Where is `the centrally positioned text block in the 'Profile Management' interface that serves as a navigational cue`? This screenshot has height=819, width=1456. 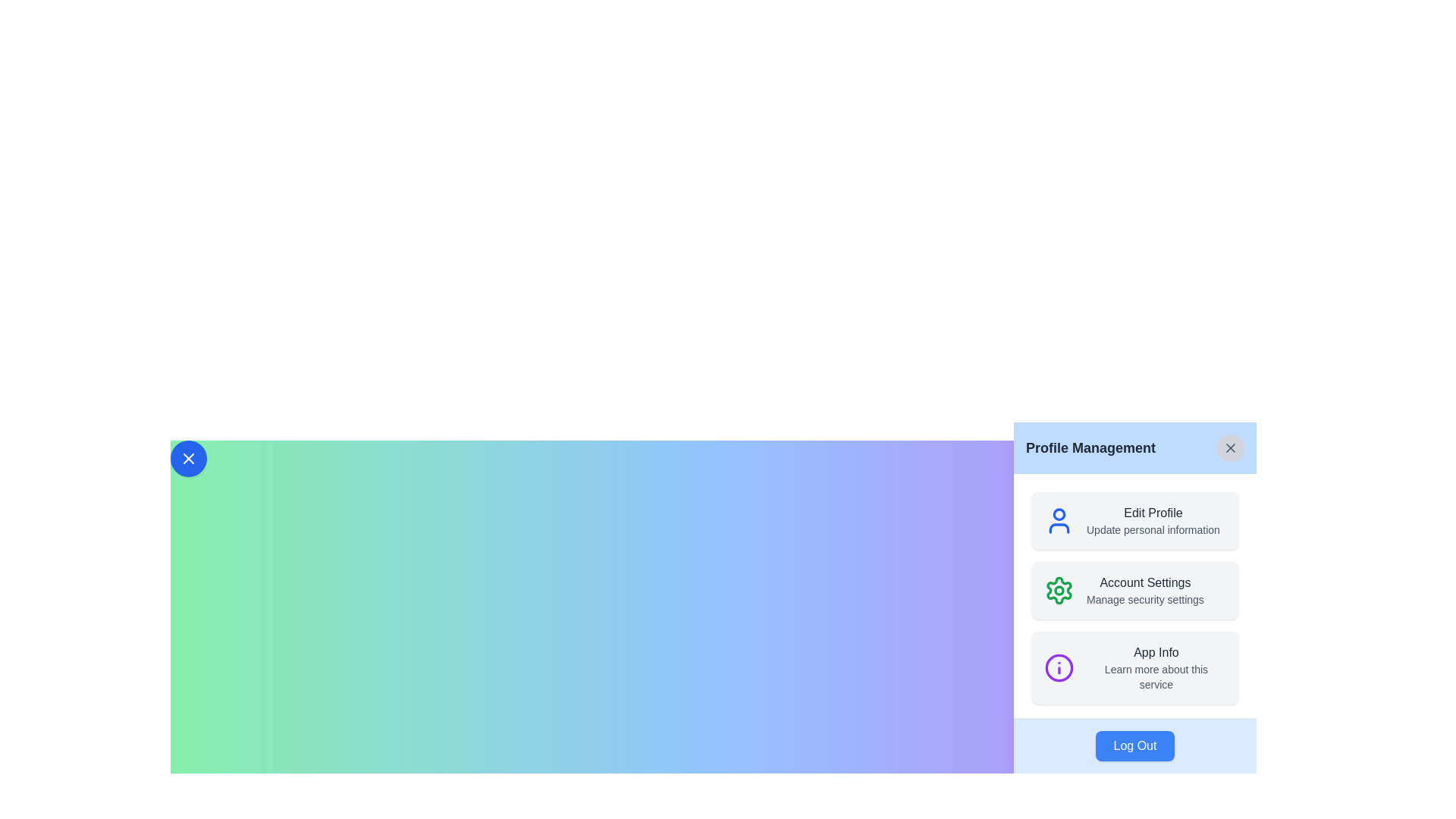 the centrally positioned text block in the 'Profile Management' interface that serves as a navigational cue is located at coordinates (1145, 590).